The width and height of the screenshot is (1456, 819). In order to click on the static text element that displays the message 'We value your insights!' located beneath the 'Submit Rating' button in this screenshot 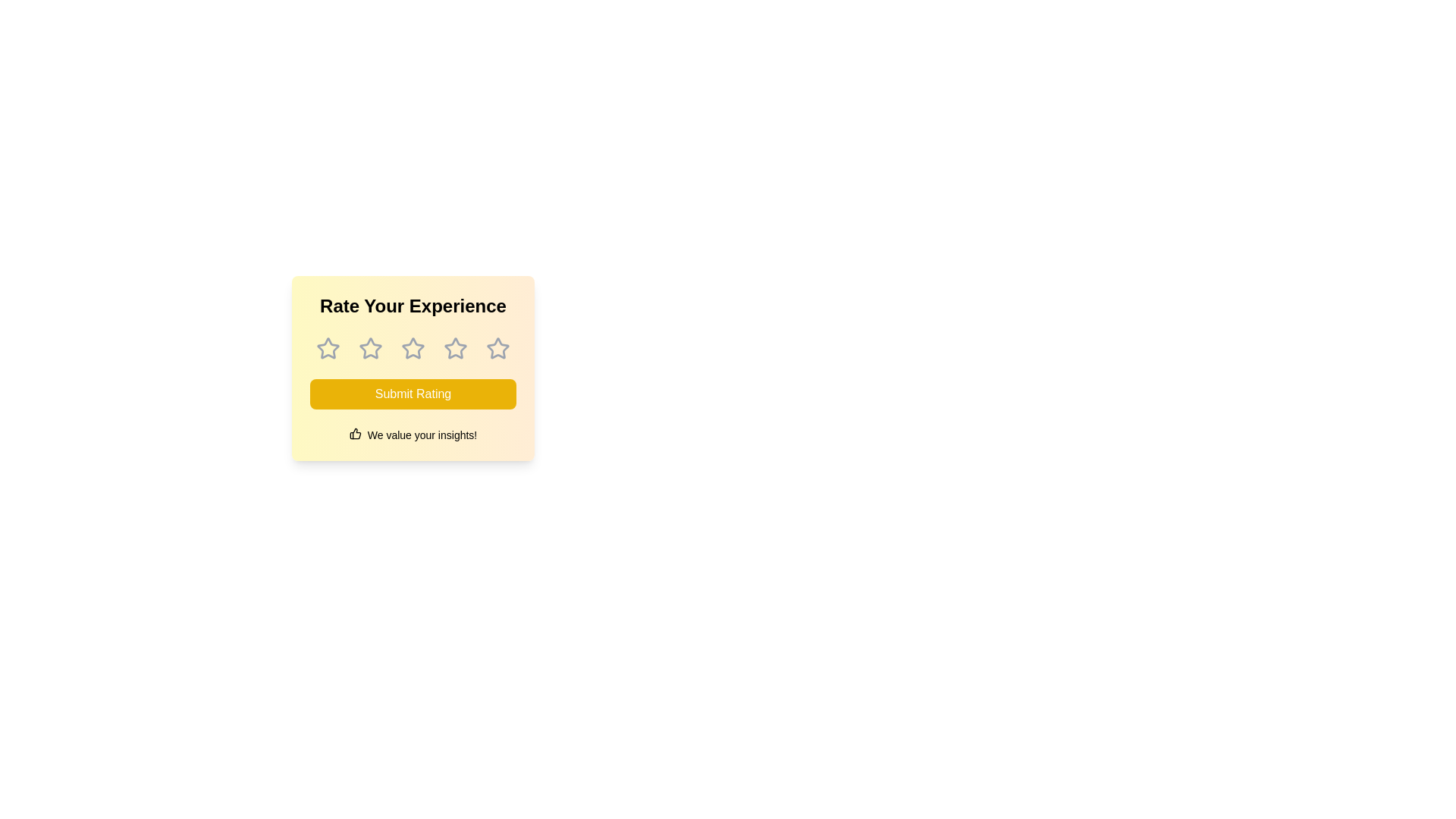, I will do `click(413, 435)`.